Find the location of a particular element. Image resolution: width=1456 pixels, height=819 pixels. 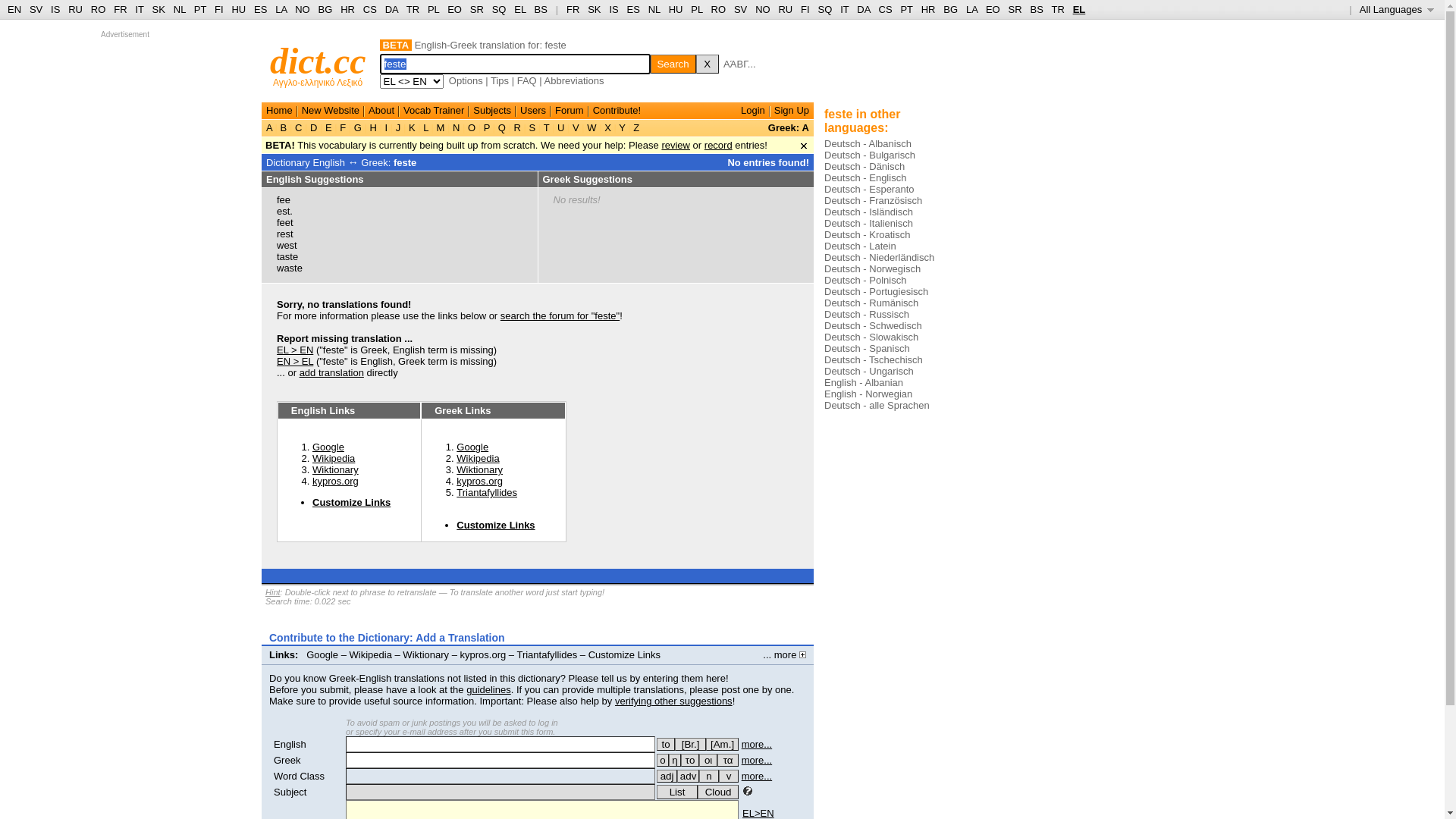

'verifying other suggestions' is located at coordinates (673, 701).